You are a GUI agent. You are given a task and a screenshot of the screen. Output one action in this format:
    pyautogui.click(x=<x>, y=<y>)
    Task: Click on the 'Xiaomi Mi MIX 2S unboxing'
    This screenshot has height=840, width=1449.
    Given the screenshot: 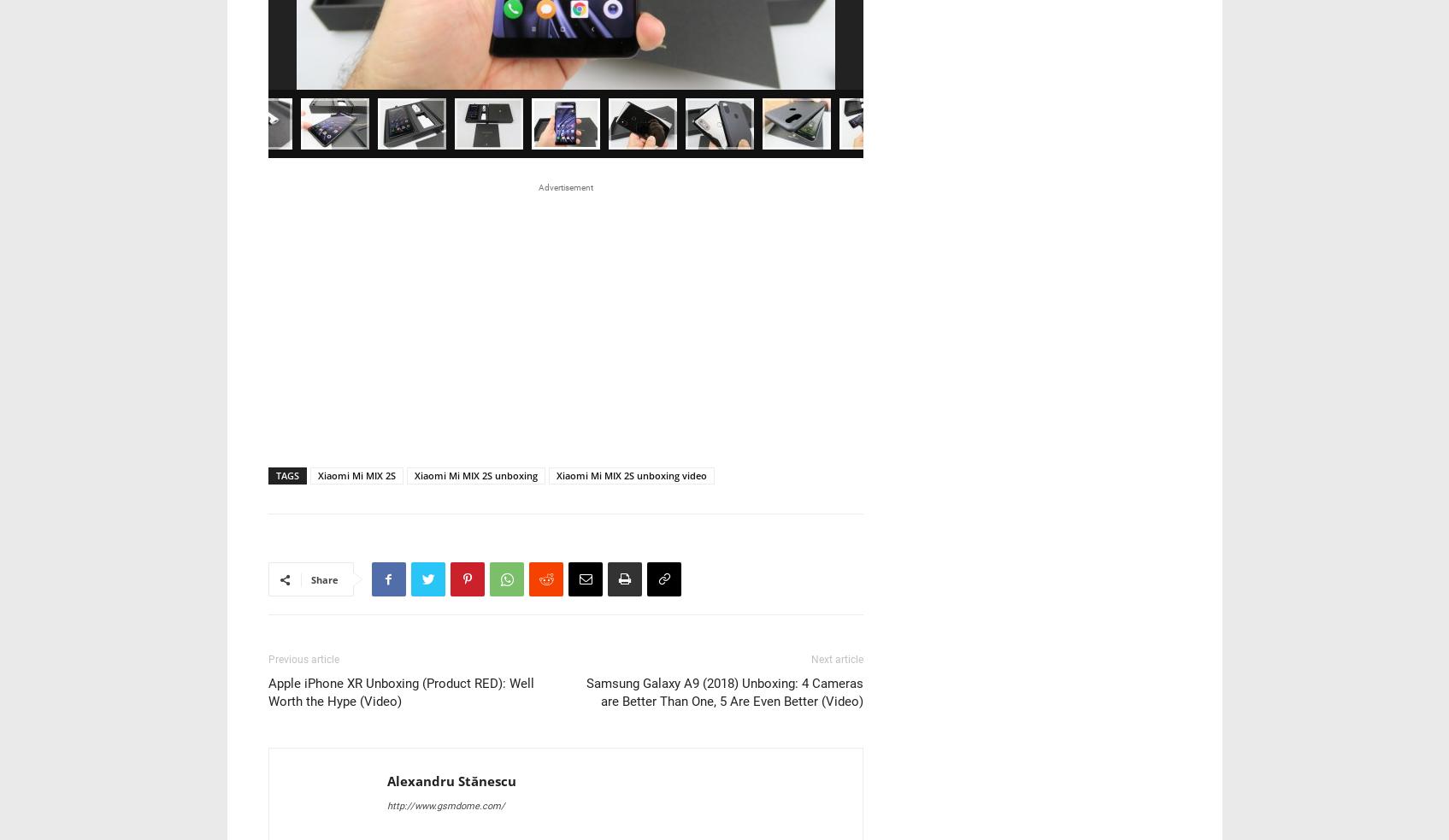 What is the action you would take?
    pyautogui.click(x=474, y=240)
    